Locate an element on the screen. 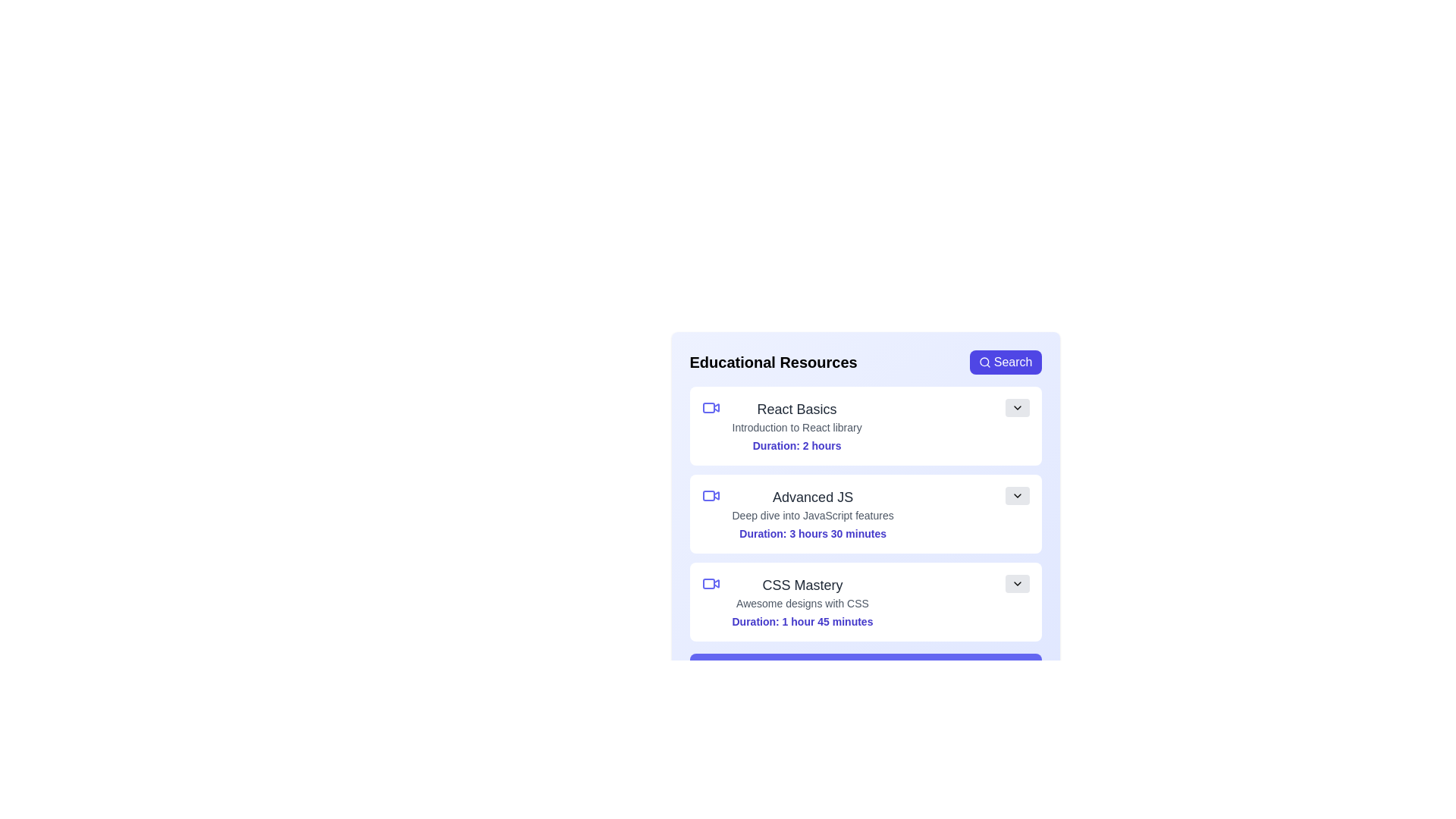 The image size is (1456, 819). chevron button of the resource titled 'Advanced JS' to toggle its details is located at coordinates (1017, 496).